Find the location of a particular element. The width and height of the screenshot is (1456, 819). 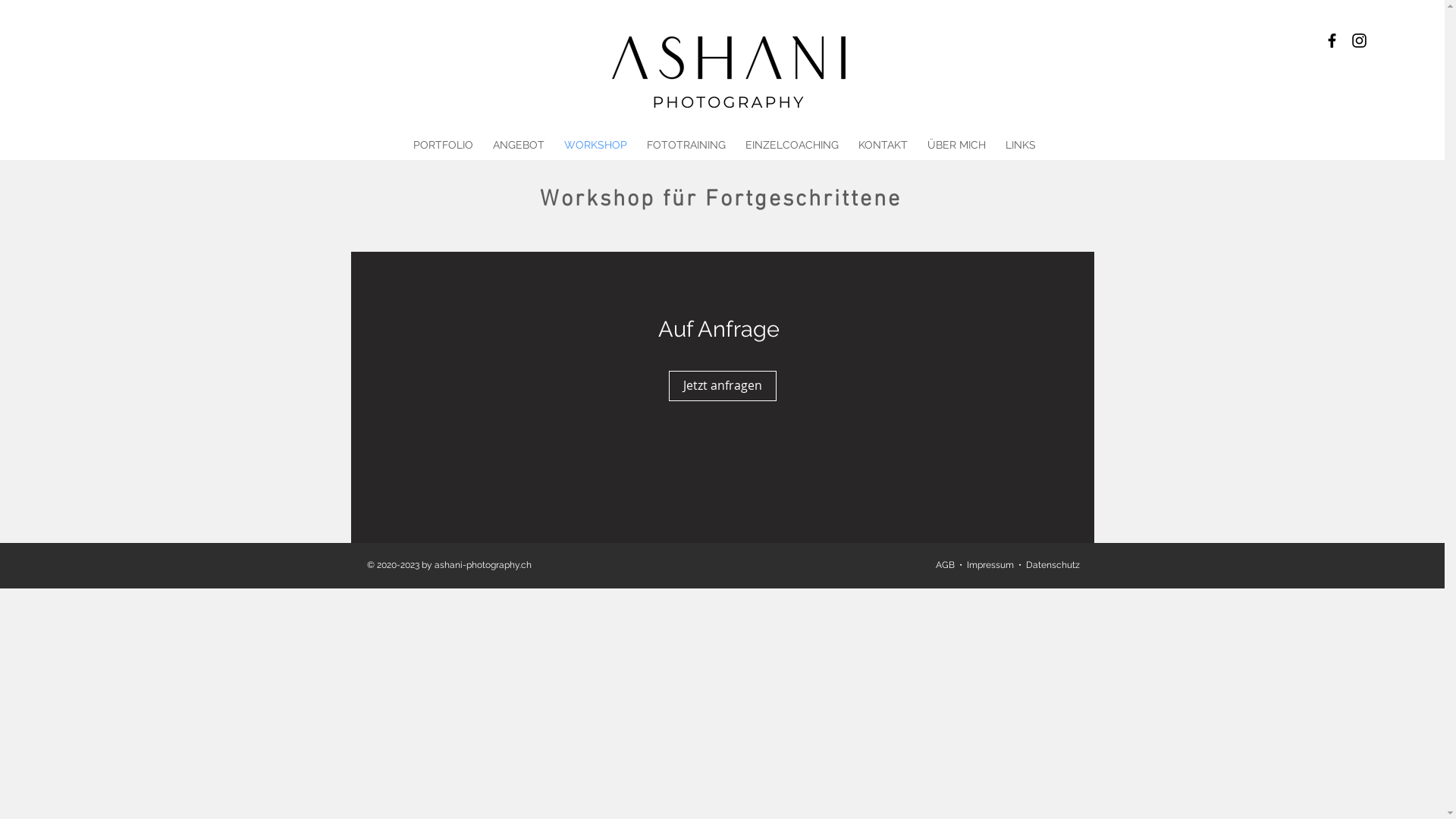

'PORTFOLIO' is located at coordinates (403, 145).